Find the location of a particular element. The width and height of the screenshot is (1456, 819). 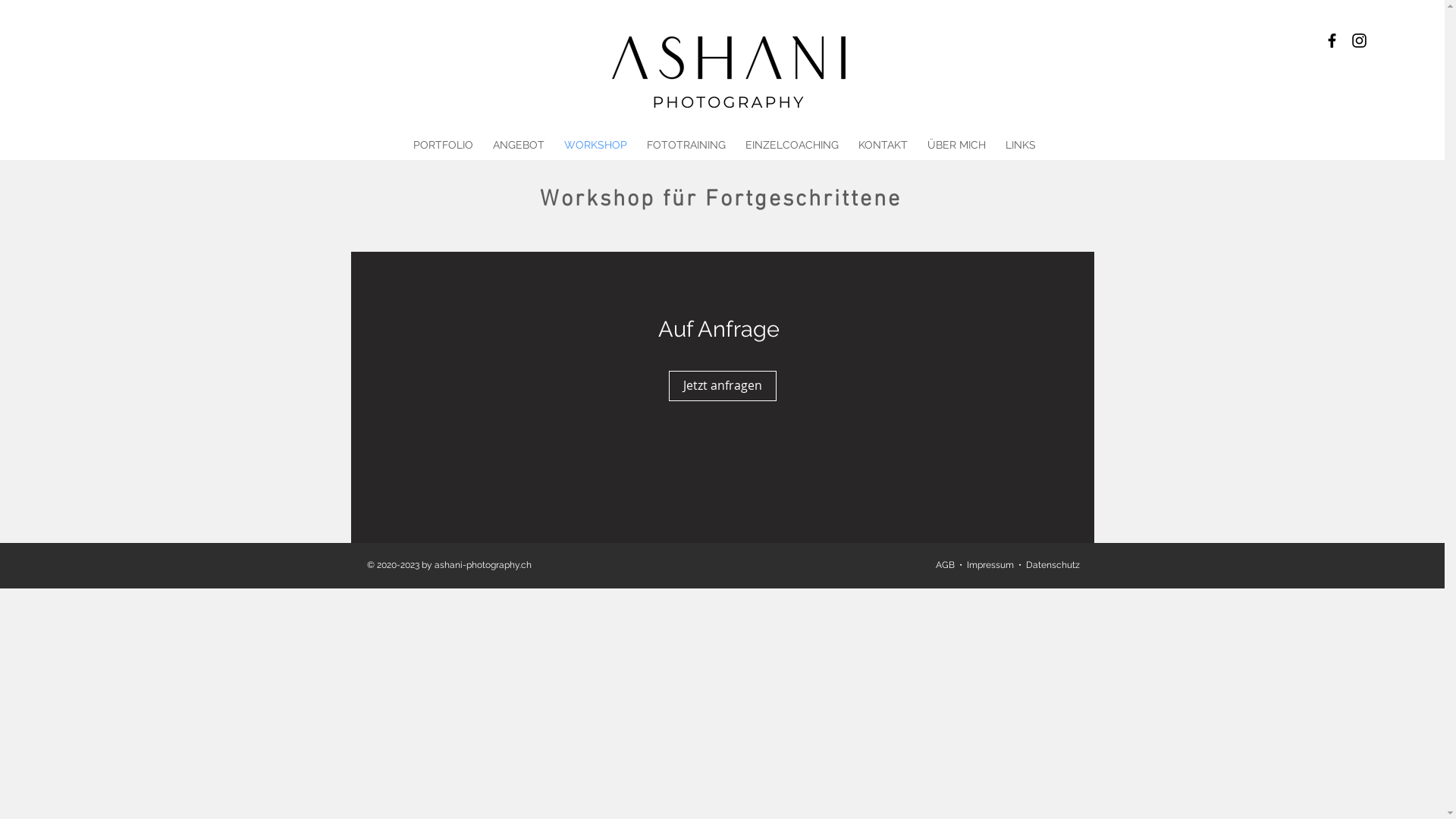

'PORTFOLIO' is located at coordinates (403, 145).